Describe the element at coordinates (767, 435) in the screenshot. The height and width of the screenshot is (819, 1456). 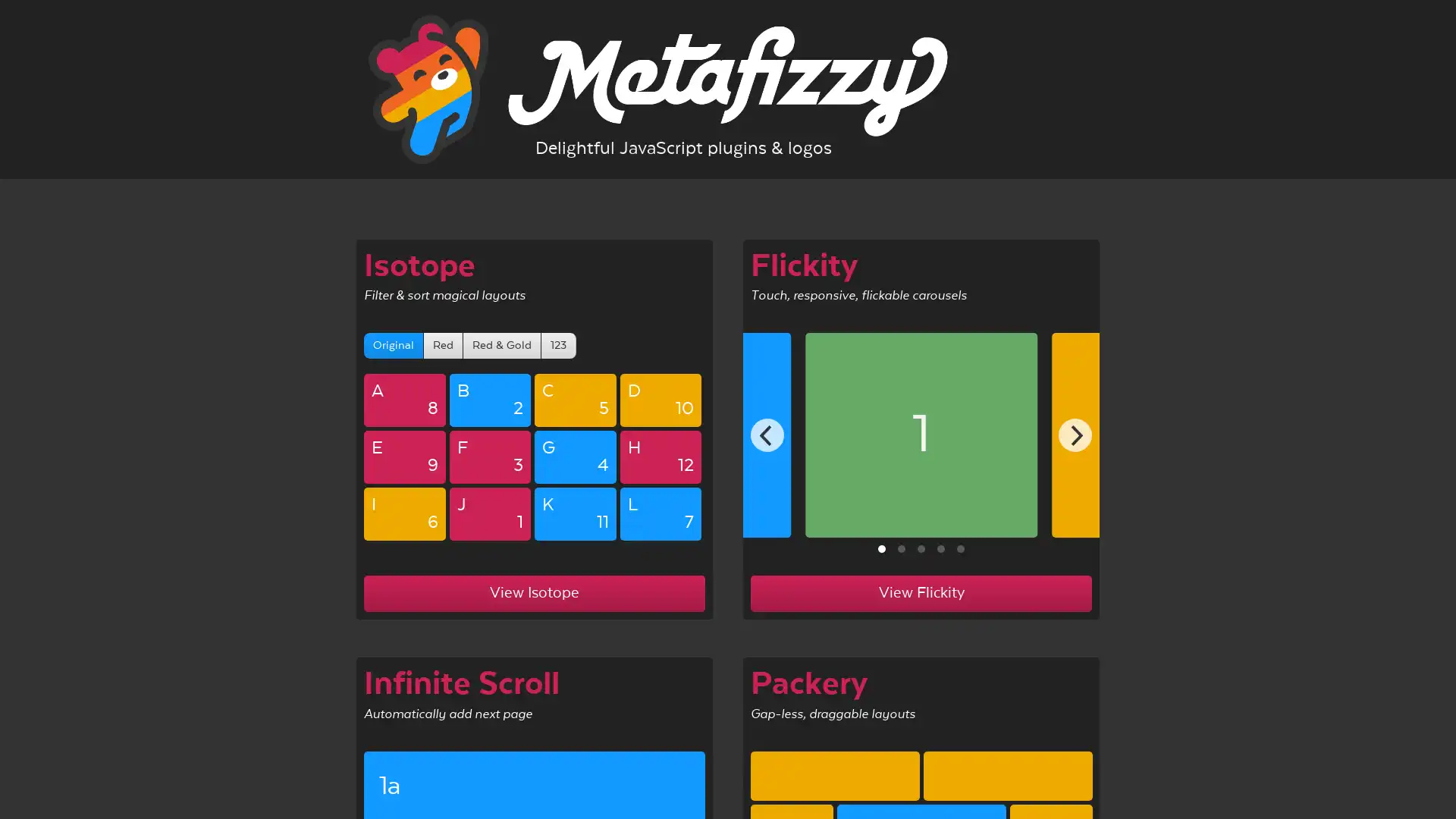
I see `Previous` at that location.